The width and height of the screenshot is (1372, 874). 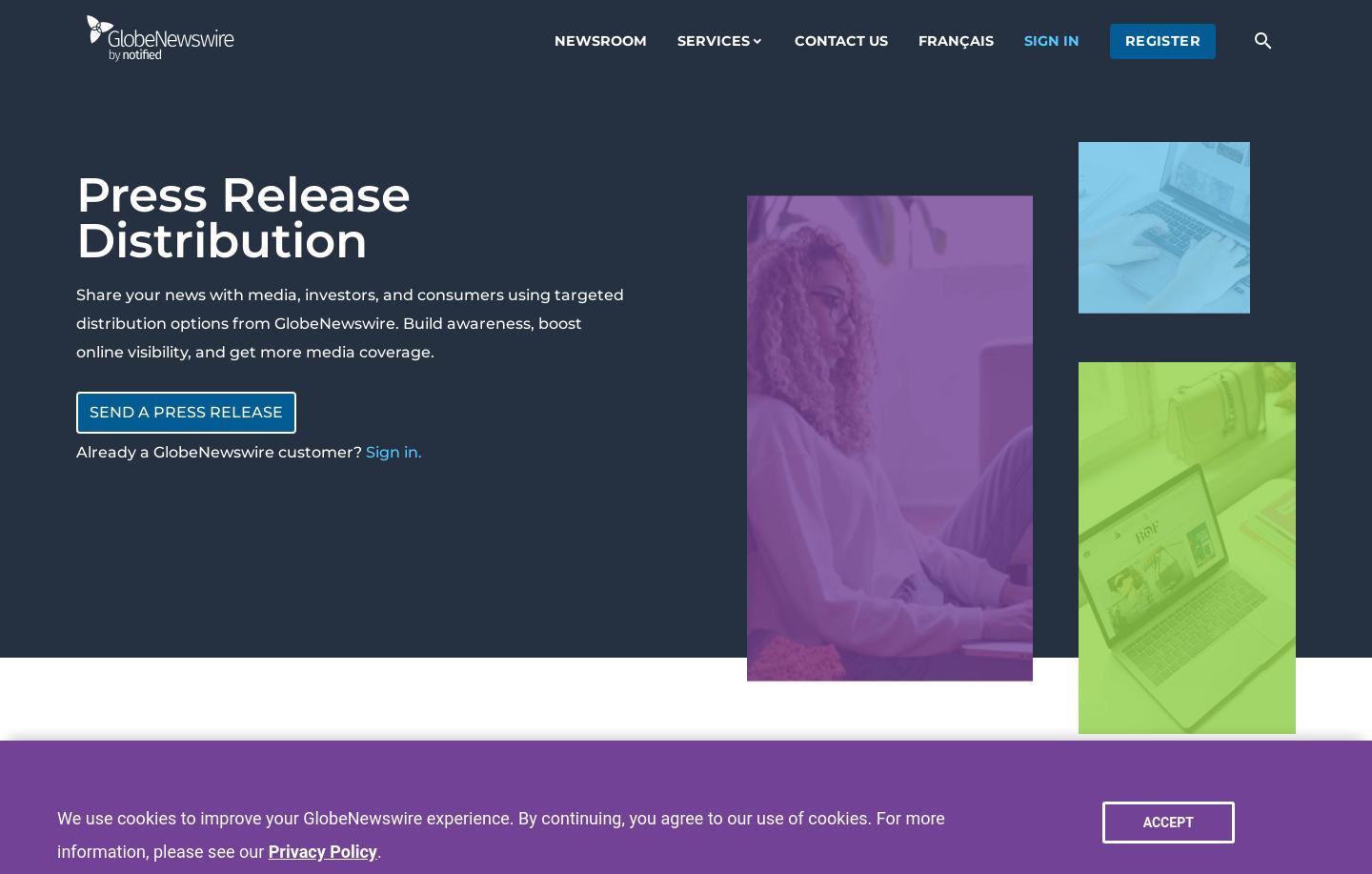 What do you see at coordinates (916, 39) in the screenshot?
I see `'Français'` at bounding box center [916, 39].